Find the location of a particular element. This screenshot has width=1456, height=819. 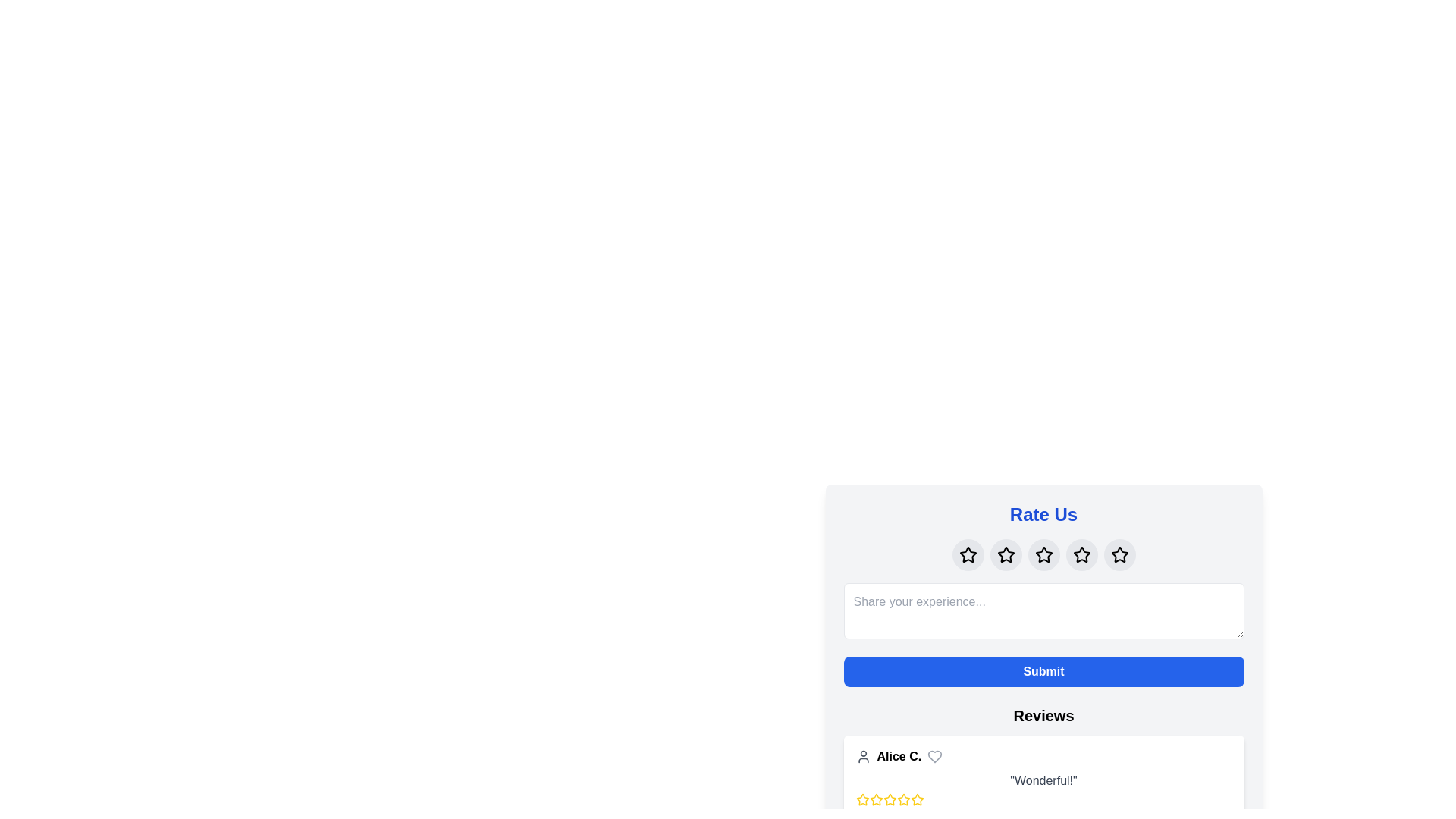

the fifth star icon with a yellow border in the rating display below the review 'Wonderful!' by user 'Alice C.' is located at coordinates (916, 799).